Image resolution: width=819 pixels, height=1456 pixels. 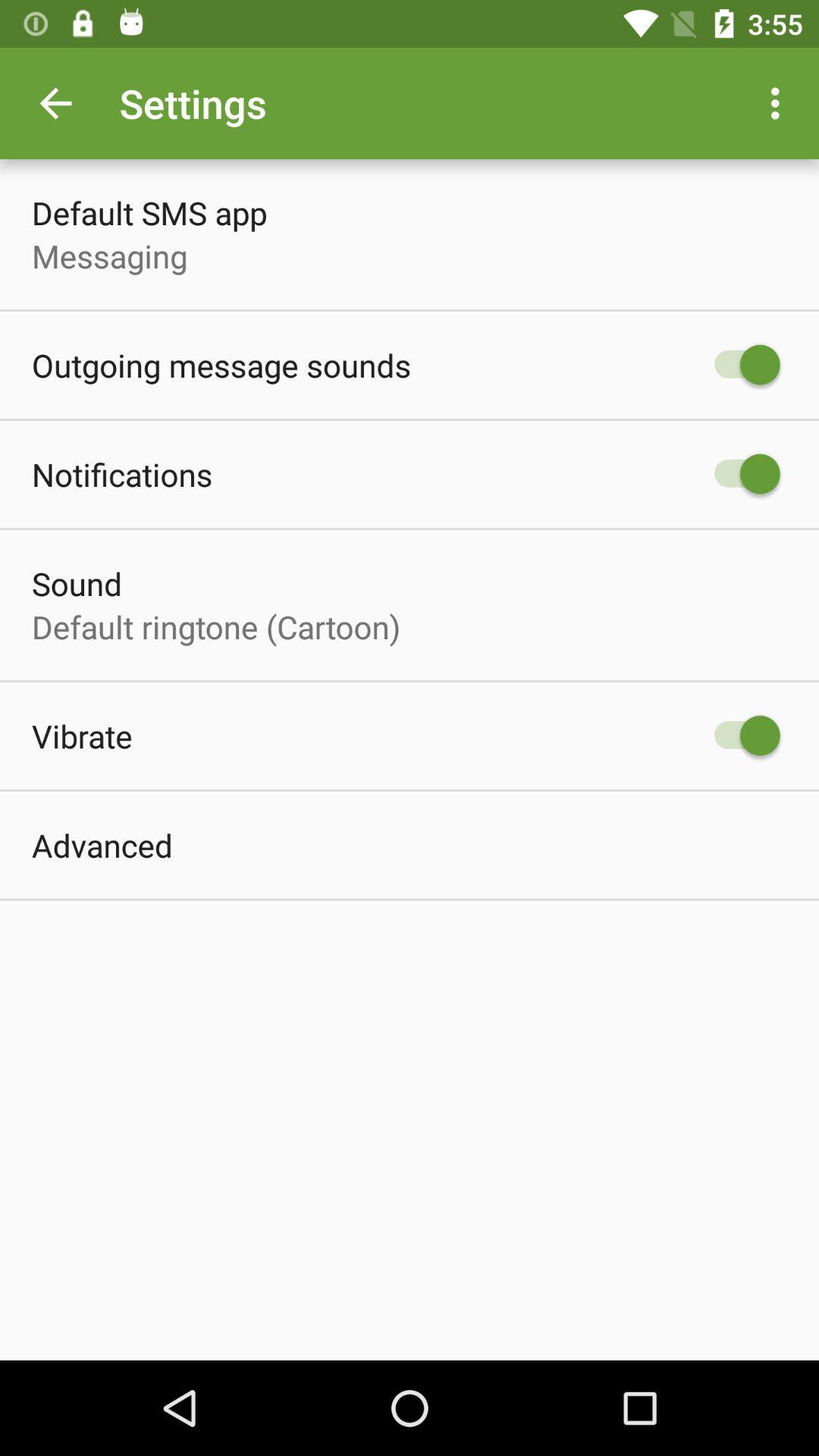 I want to click on the notifications item, so click(x=121, y=473).